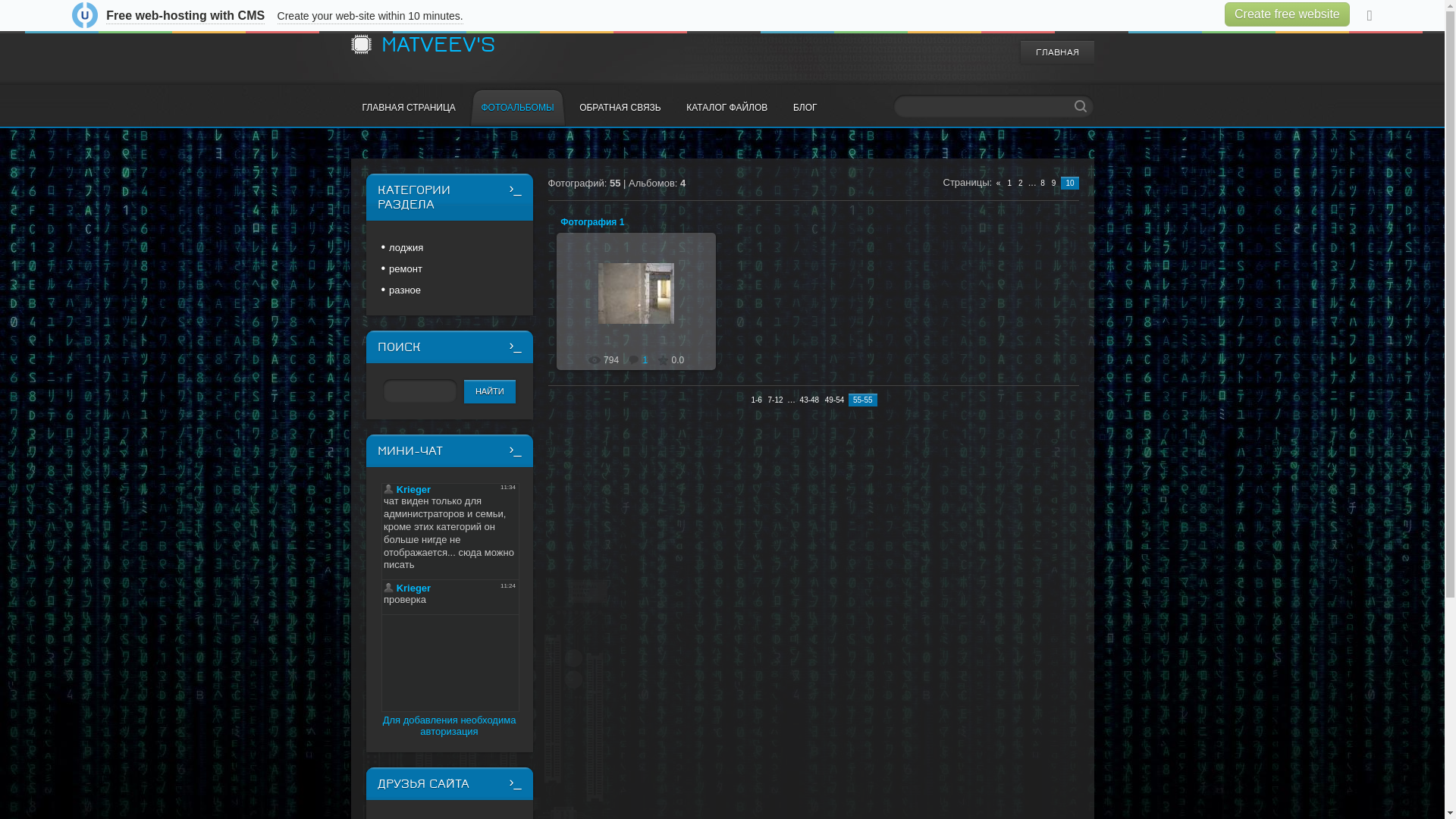  What do you see at coordinates (1084, 20) in the screenshot?
I see `'RSS'` at bounding box center [1084, 20].